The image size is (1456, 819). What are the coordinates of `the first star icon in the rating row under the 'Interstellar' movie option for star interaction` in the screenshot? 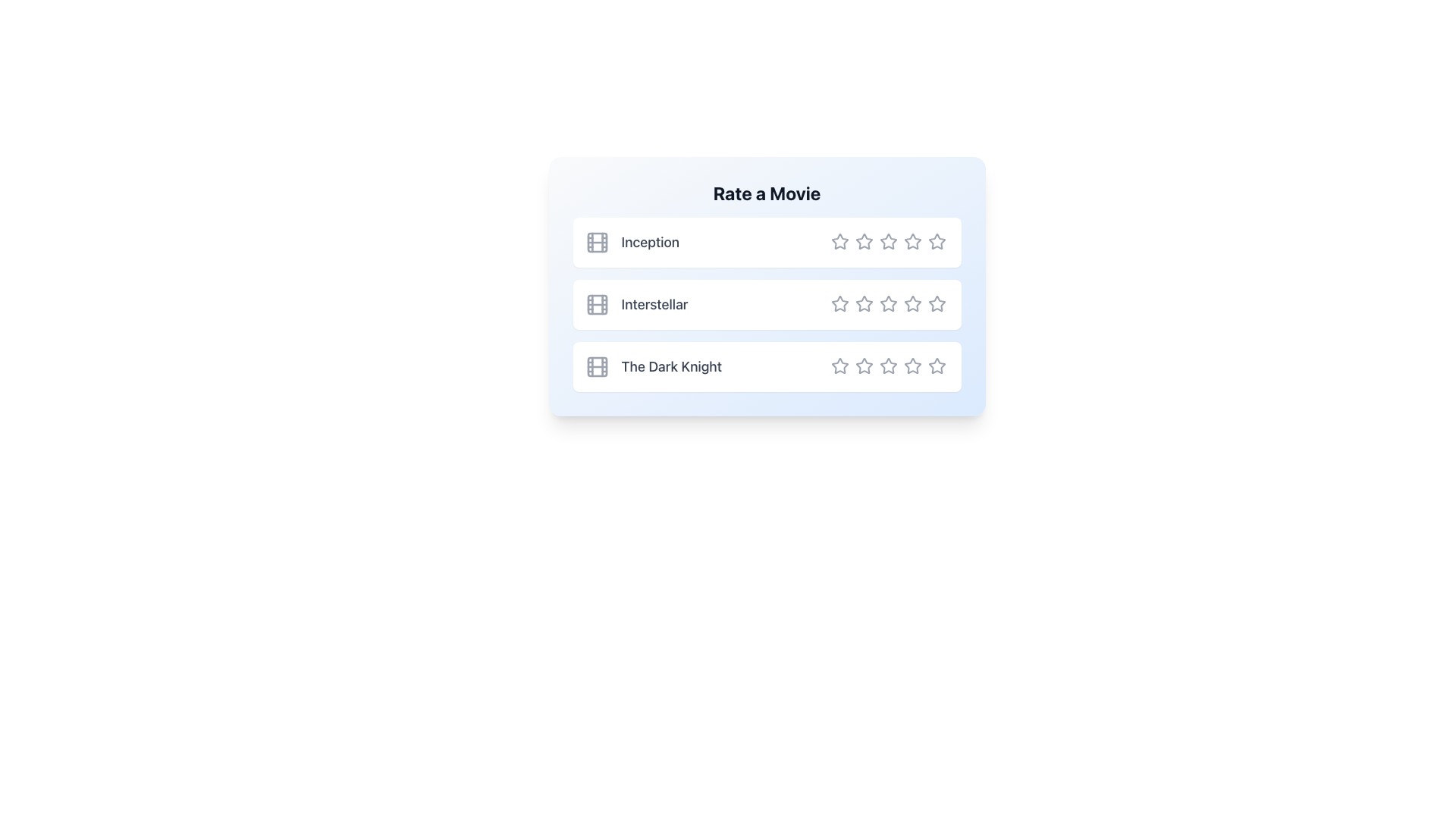 It's located at (839, 304).